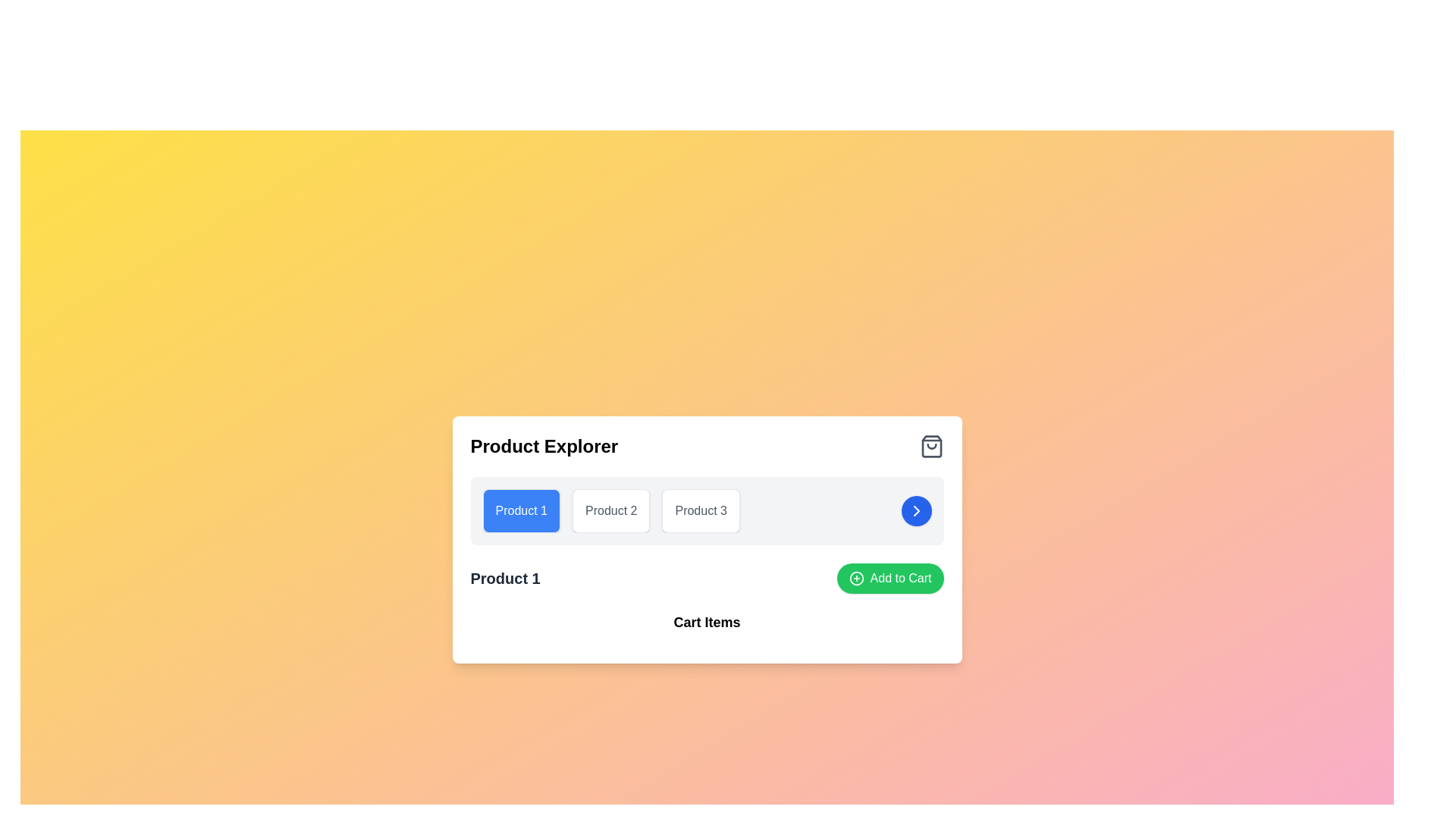 Image resolution: width=1456 pixels, height=819 pixels. Describe the element at coordinates (700, 510) in the screenshot. I see `the text label displaying 'Product 3', which is located in the center area of the 'Product Explorer' section, aligned with the buttons 'Product 1' and 'Product 2'` at that location.